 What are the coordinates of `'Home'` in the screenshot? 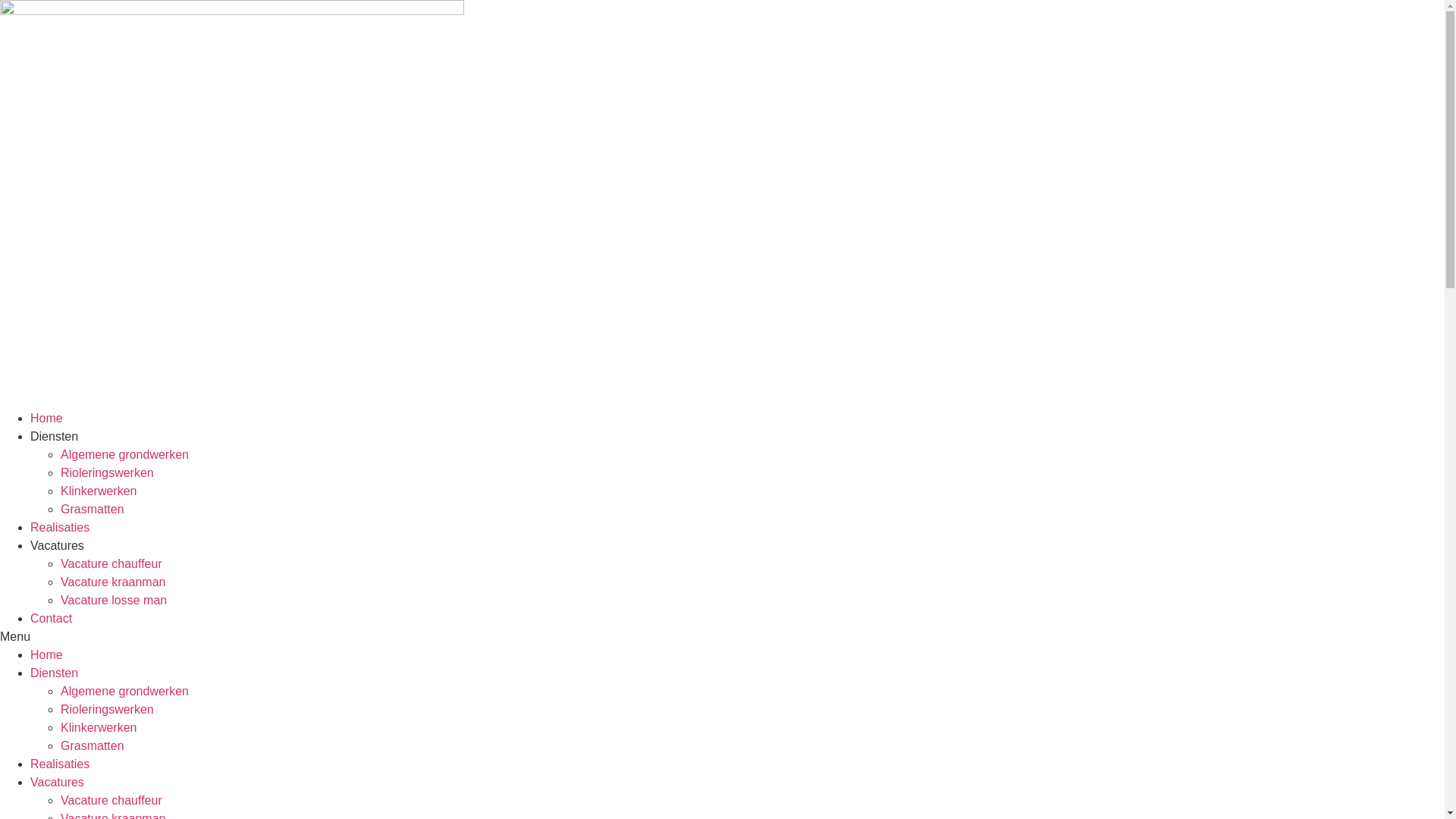 It's located at (46, 418).